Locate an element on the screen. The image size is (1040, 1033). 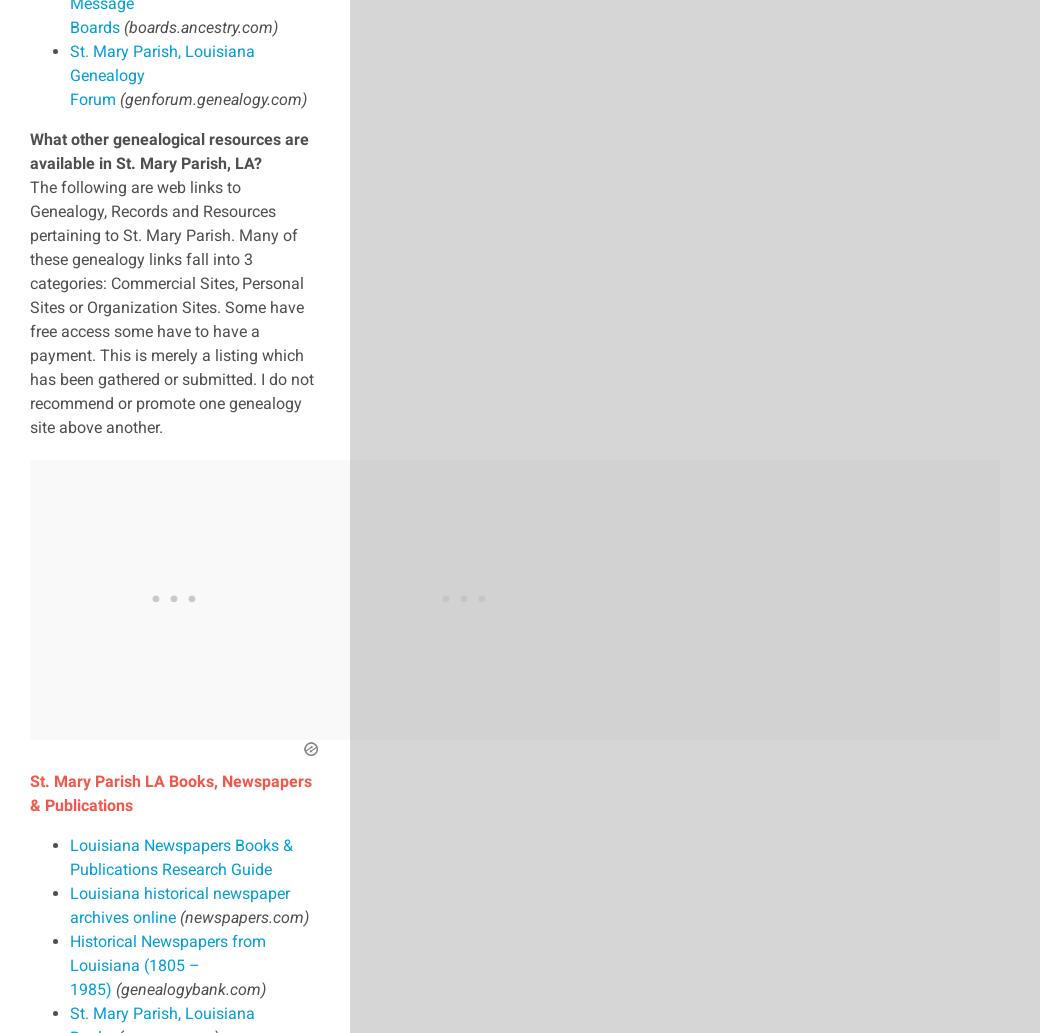
'Louisiana historical newspaper archives online' is located at coordinates (68, 903).